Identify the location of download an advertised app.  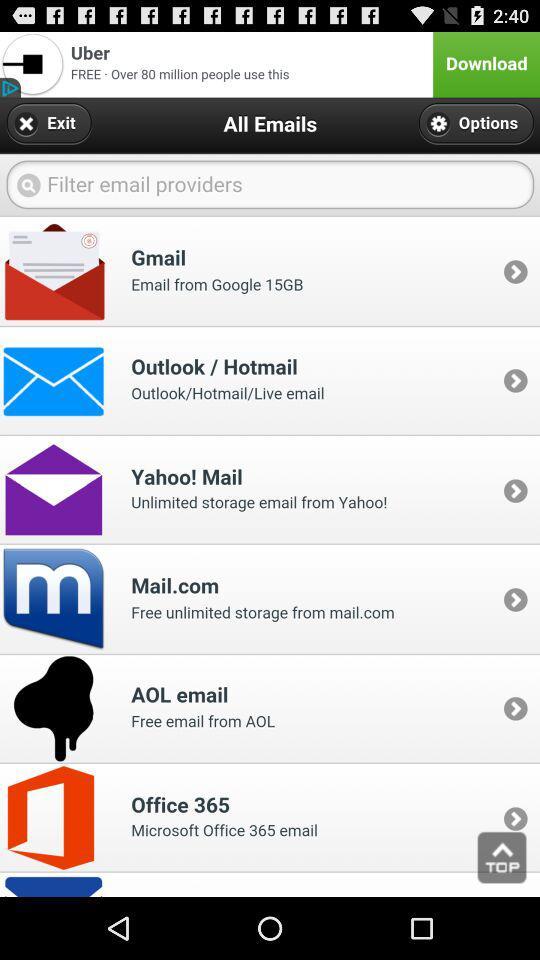
(270, 64).